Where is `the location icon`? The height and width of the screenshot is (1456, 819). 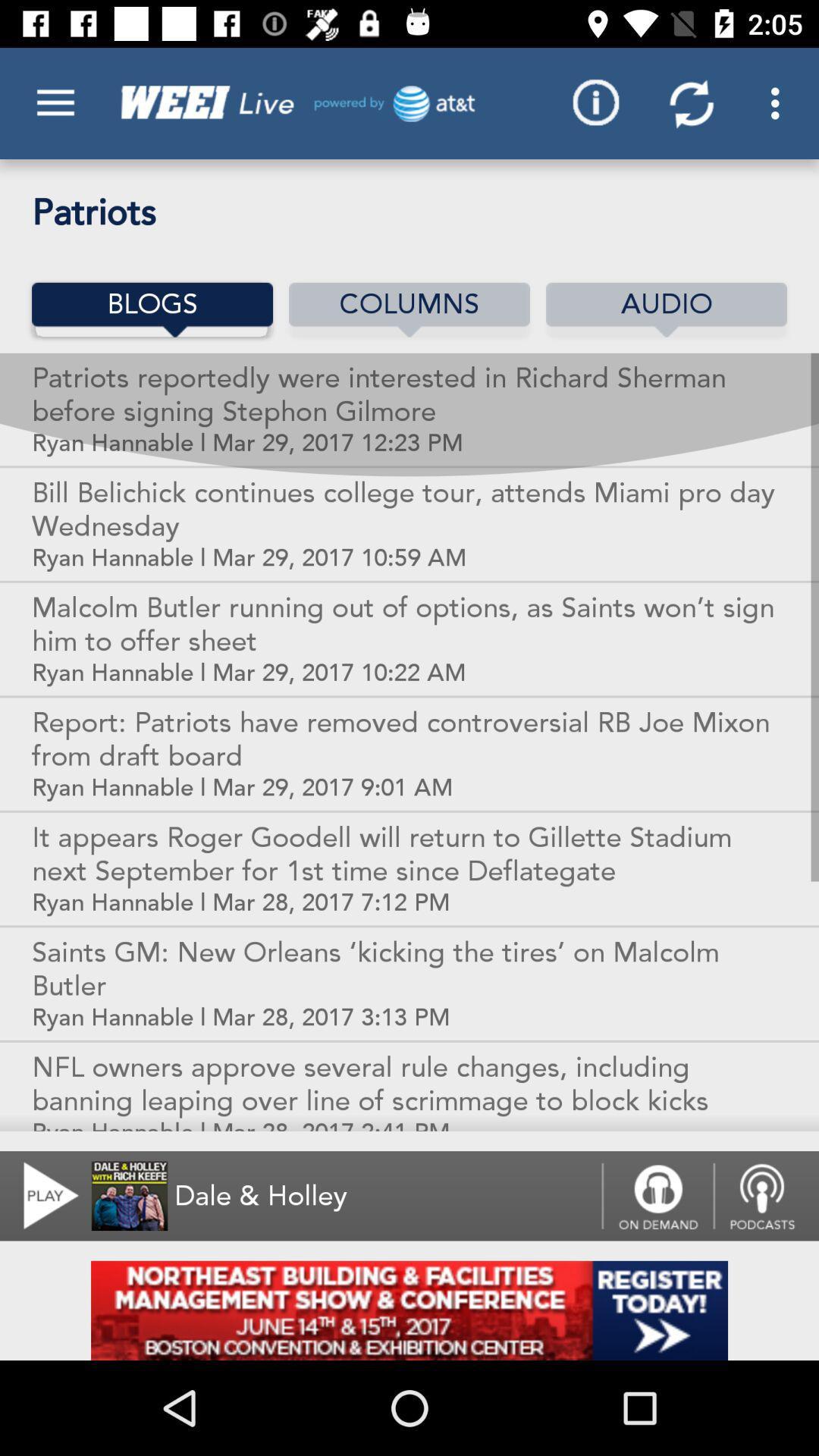 the location icon is located at coordinates (766, 1195).